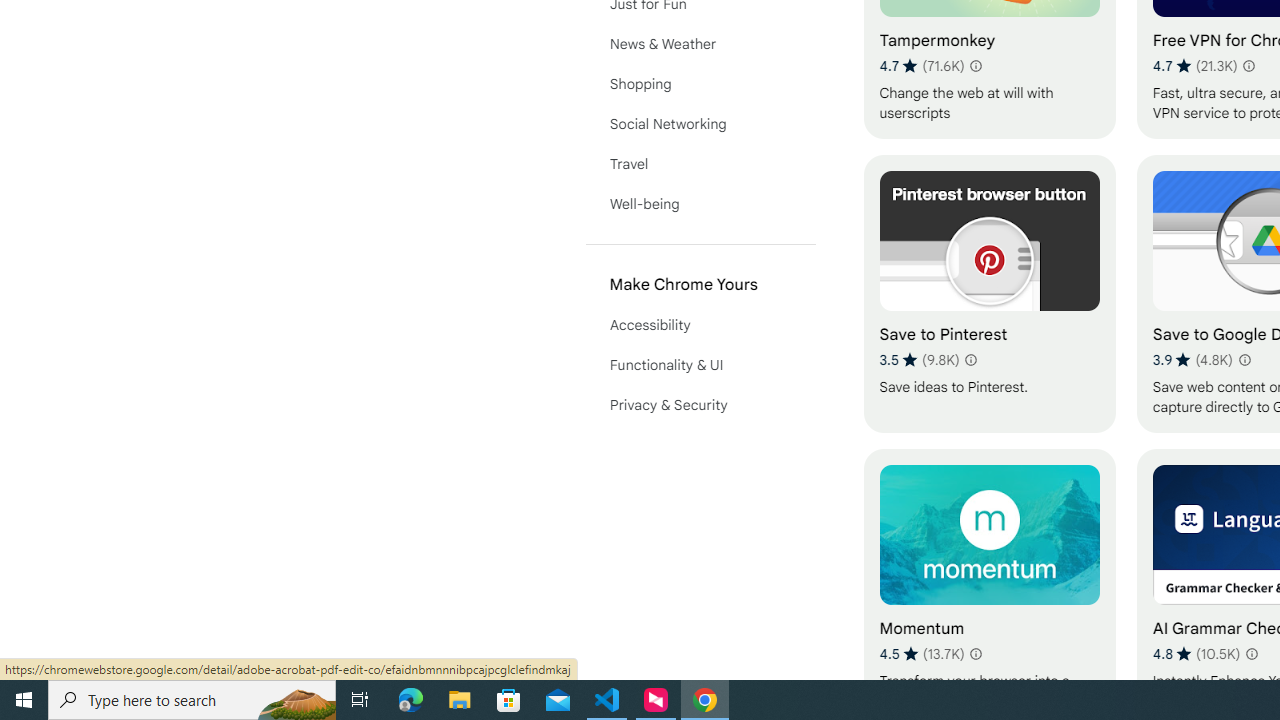 This screenshot has height=720, width=1280. I want to click on 'Average rating 4.5 out of 5 stars. 13.7K ratings.', so click(921, 653).